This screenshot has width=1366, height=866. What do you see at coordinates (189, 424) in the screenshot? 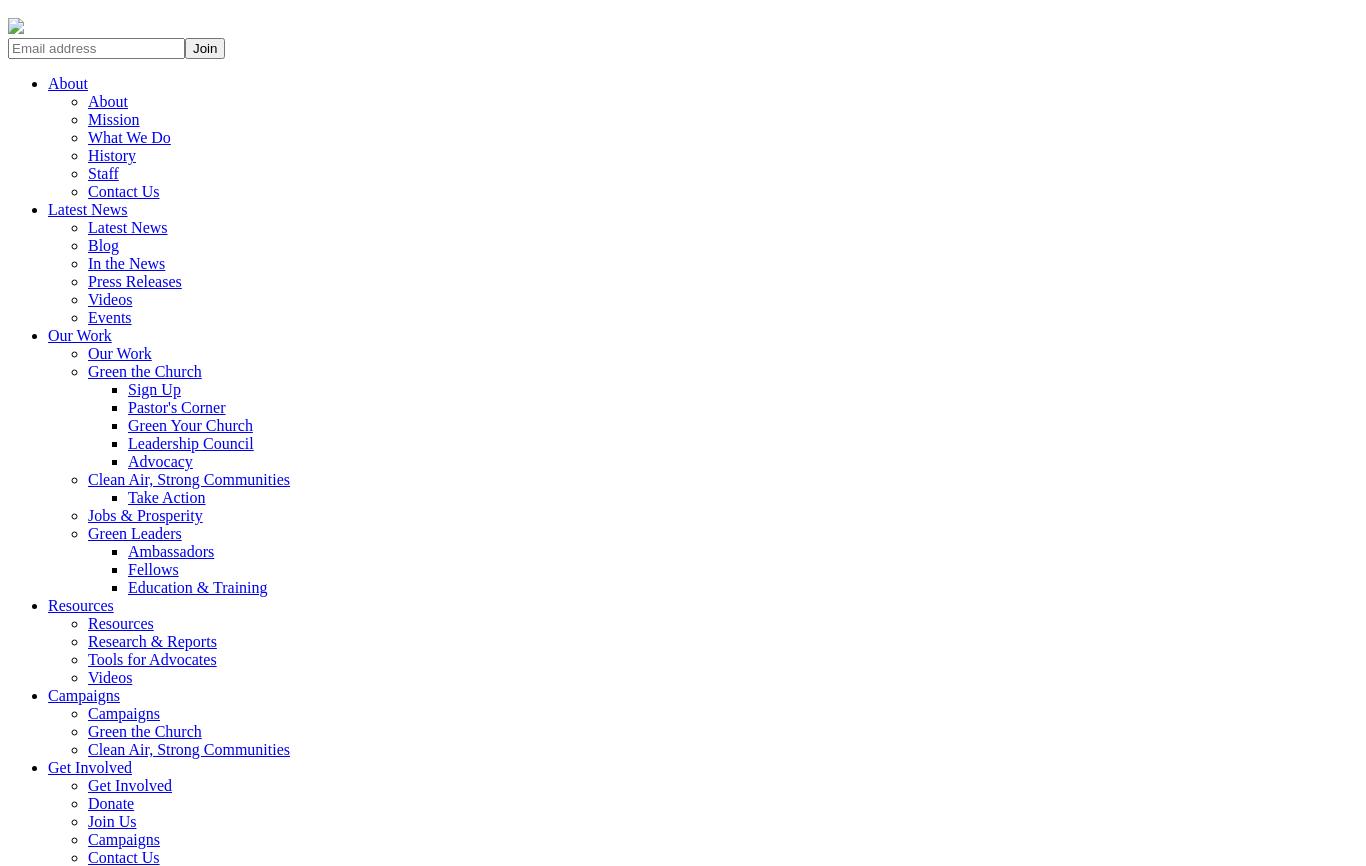
I see `'Green Your Church'` at bounding box center [189, 424].